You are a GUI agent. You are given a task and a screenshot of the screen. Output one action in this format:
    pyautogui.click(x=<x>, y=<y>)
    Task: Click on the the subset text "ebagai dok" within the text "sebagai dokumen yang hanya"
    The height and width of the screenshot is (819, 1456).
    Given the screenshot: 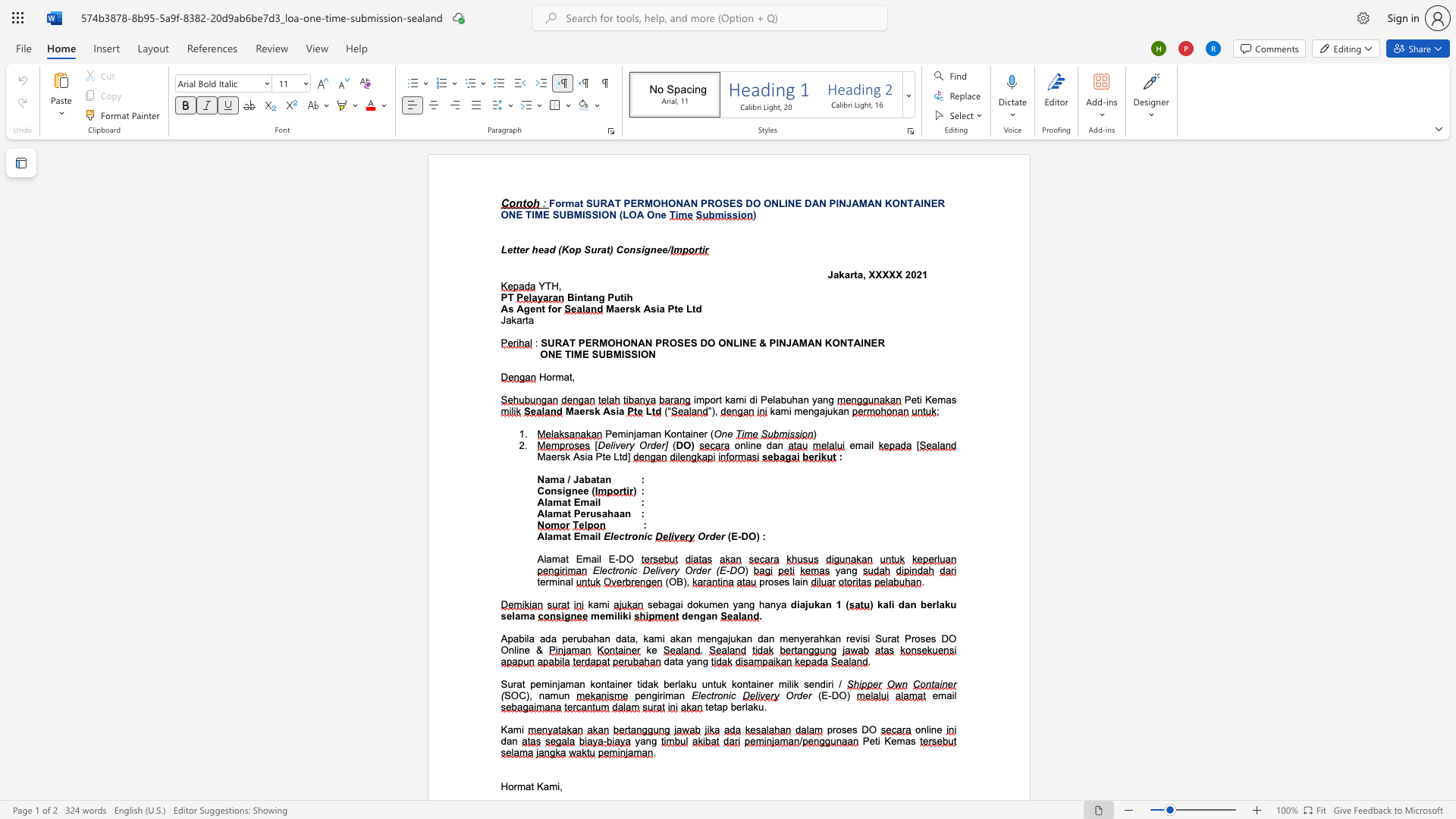 What is the action you would take?
    pyautogui.click(x=652, y=604)
    